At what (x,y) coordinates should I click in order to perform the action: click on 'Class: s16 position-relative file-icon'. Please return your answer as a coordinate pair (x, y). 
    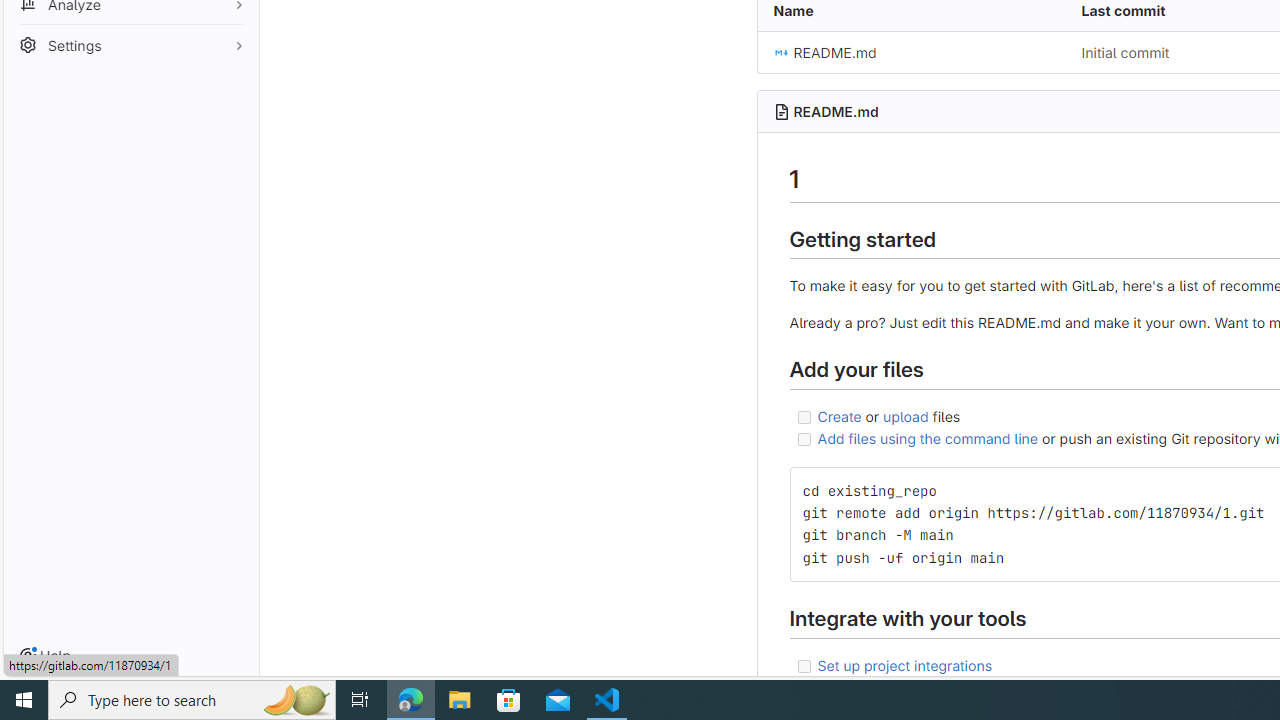
    Looking at the image, I should click on (780, 52).